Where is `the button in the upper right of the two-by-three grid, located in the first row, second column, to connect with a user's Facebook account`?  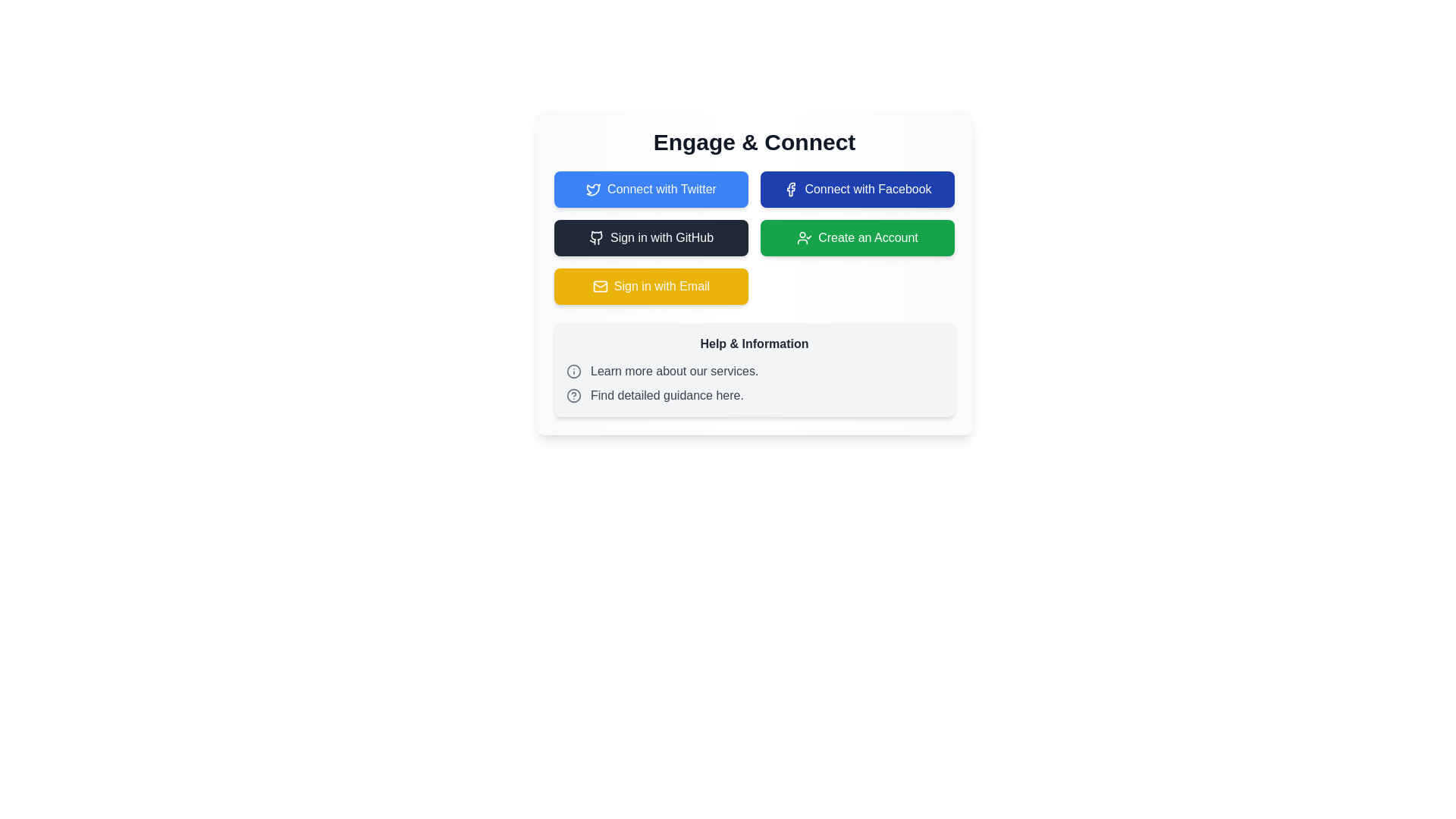
the button in the upper right of the two-by-three grid, located in the first row, second column, to connect with a user's Facebook account is located at coordinates (858, 189).